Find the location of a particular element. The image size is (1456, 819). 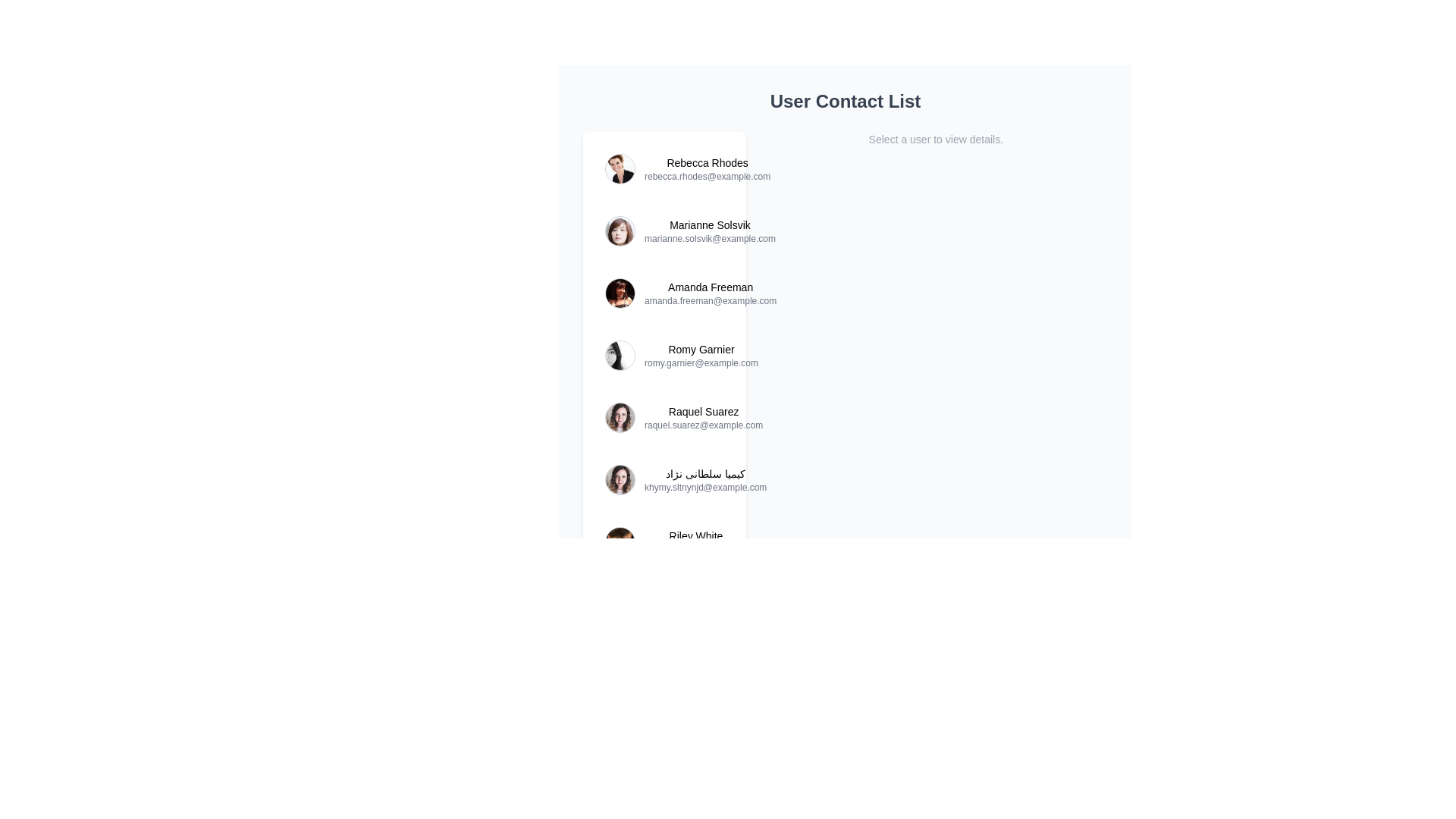

the circular user profile image with a thin gray border displaying a portrait of Rebecca Rhodes is located at coordinates (620, 169).